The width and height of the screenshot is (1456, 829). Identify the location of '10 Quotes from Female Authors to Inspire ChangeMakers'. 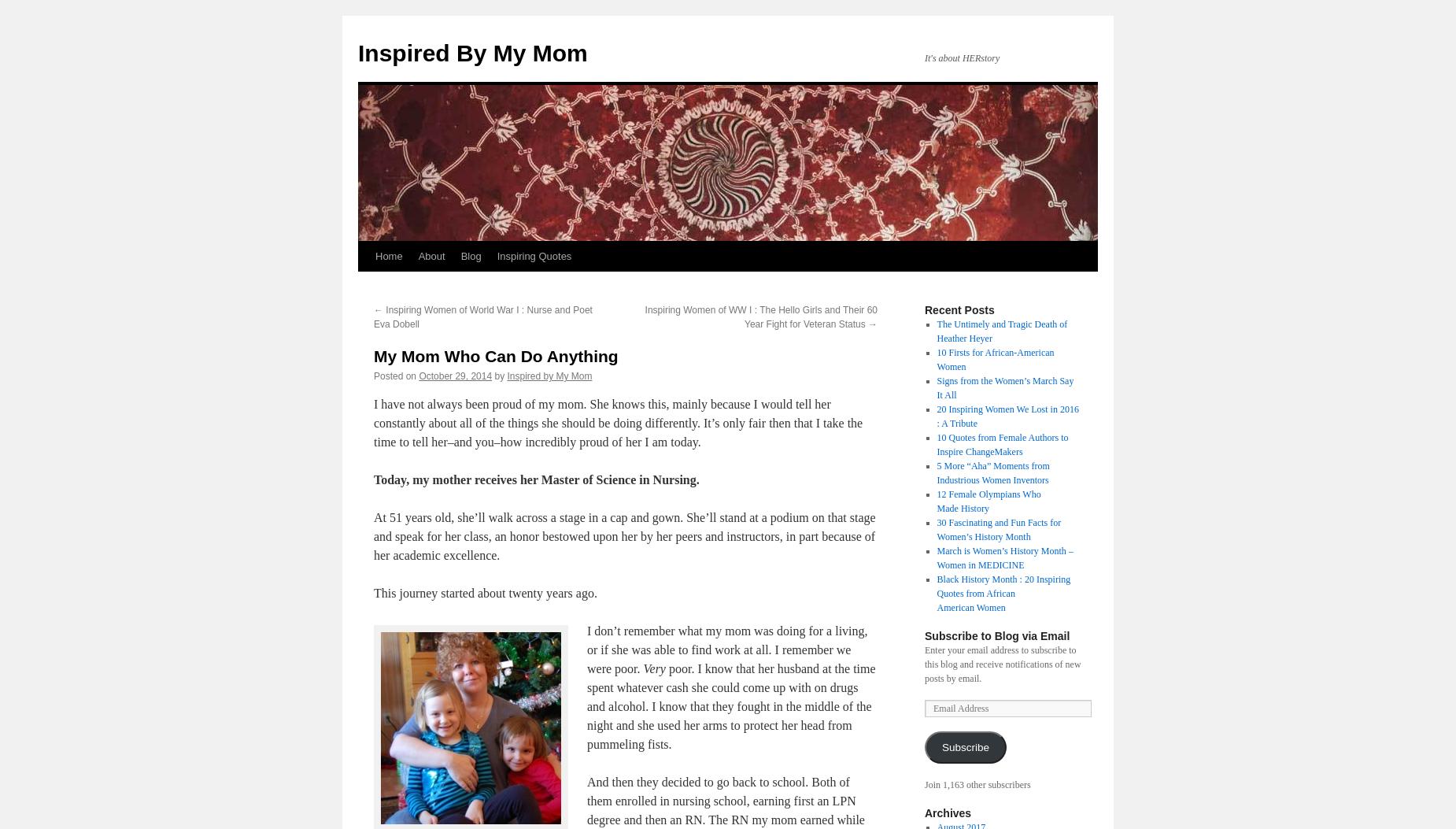
(1001, 444).